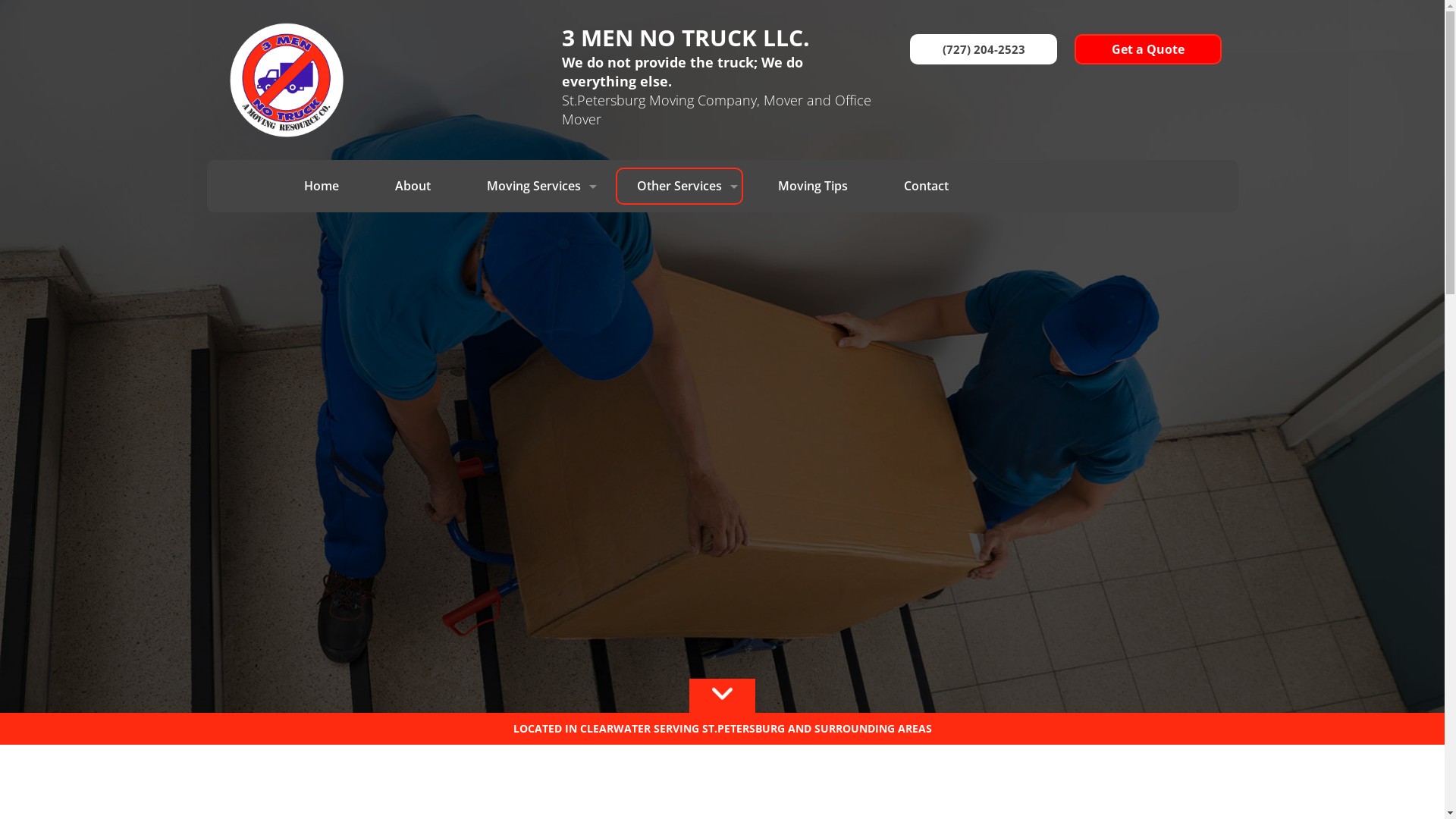 The image size is (1456, 819). I want to click on 'Commercial Movers', so click(534, 249).